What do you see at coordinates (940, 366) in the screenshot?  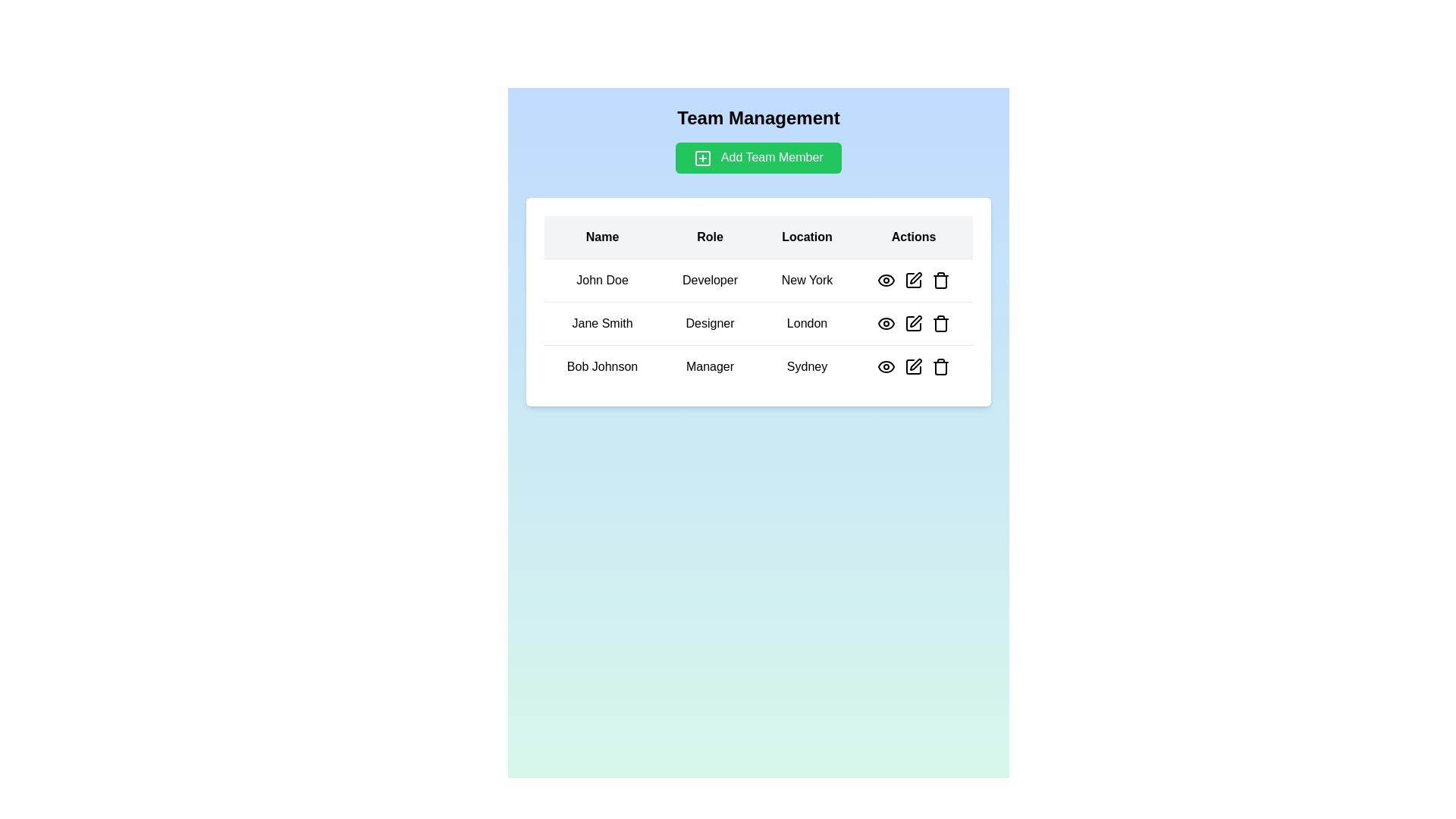 I see `the trash can icon button for the delete action associated with 'Bob Johnson'` at bounding box center [940, 366].